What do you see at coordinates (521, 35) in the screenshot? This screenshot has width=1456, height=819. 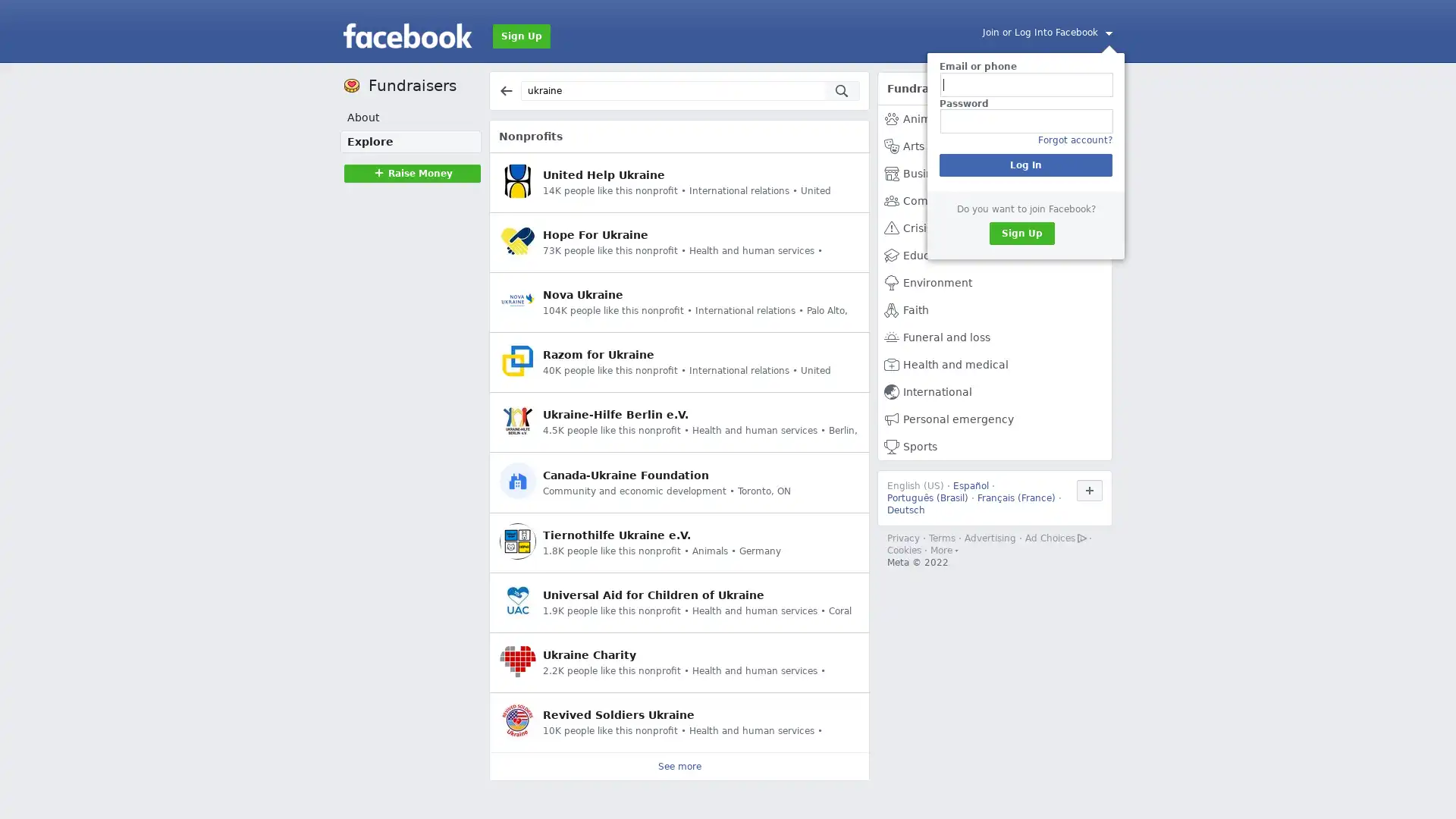 I see `Sign Up` at bounding box center [521, 35].